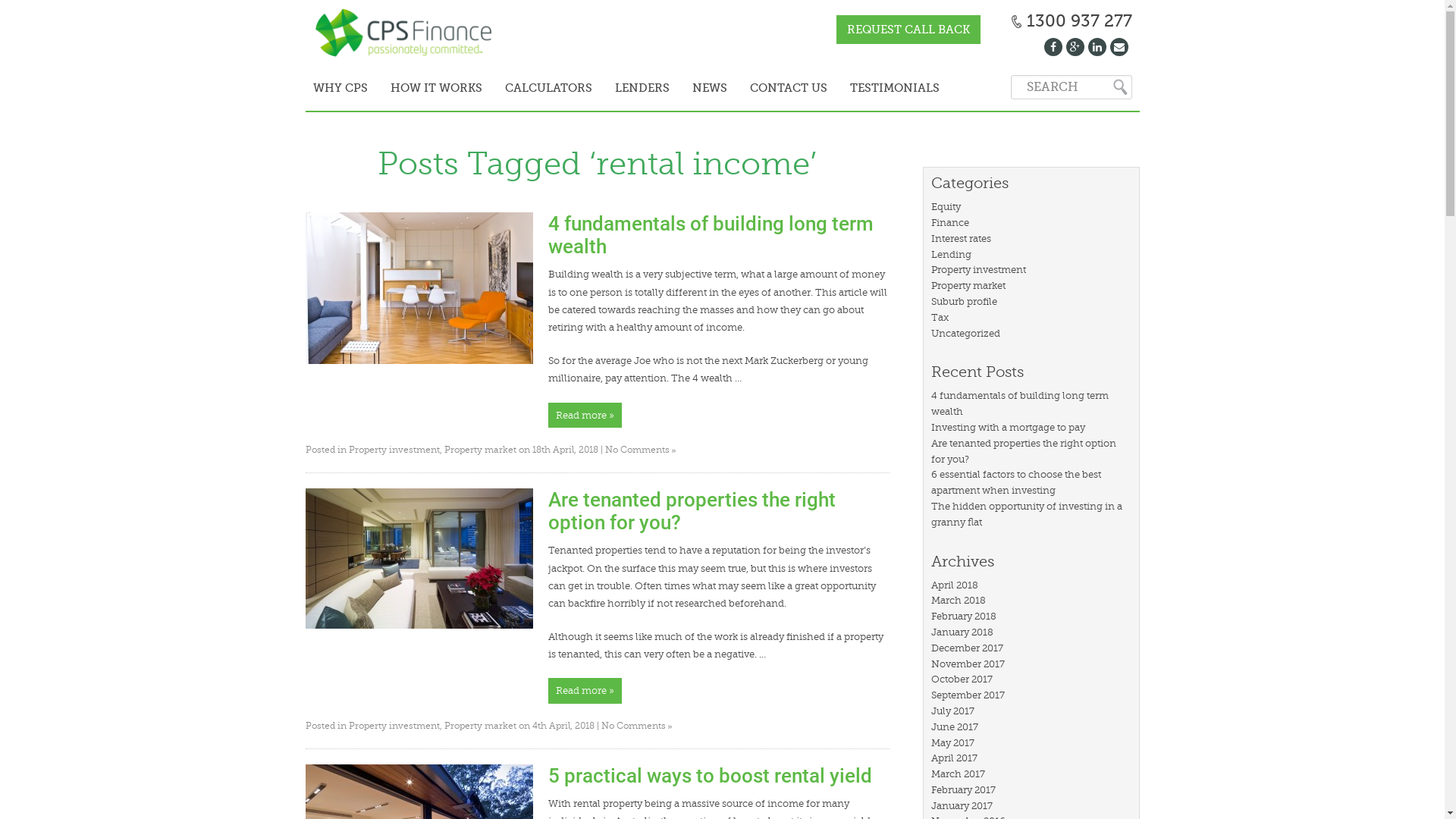 This screenshot has width=1456, height=819. Describe the element at coordinates (963, 616) in the screenshot. I see `'February 2018'` at that location.